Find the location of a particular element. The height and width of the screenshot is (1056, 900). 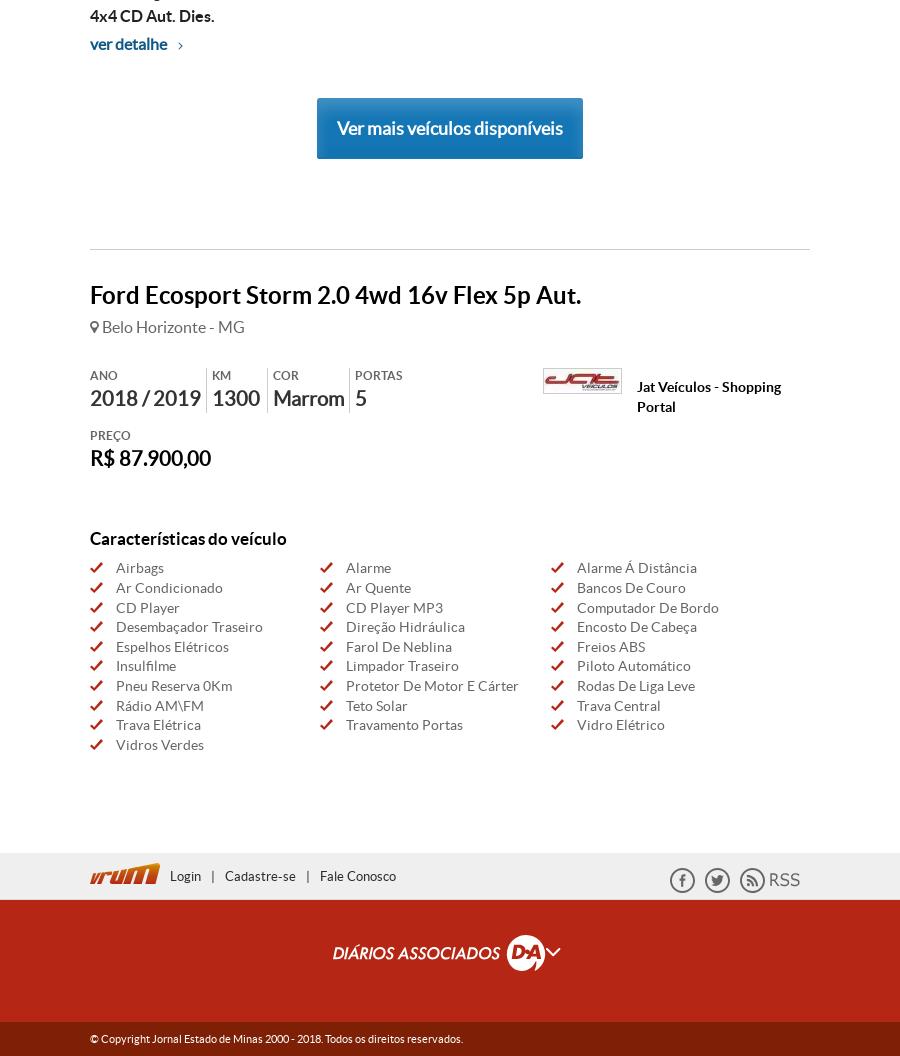

'Ford Ecosport Storm 2.0 4wd 16v Flex 5p Aut.' is located at coordinates (334, 294).